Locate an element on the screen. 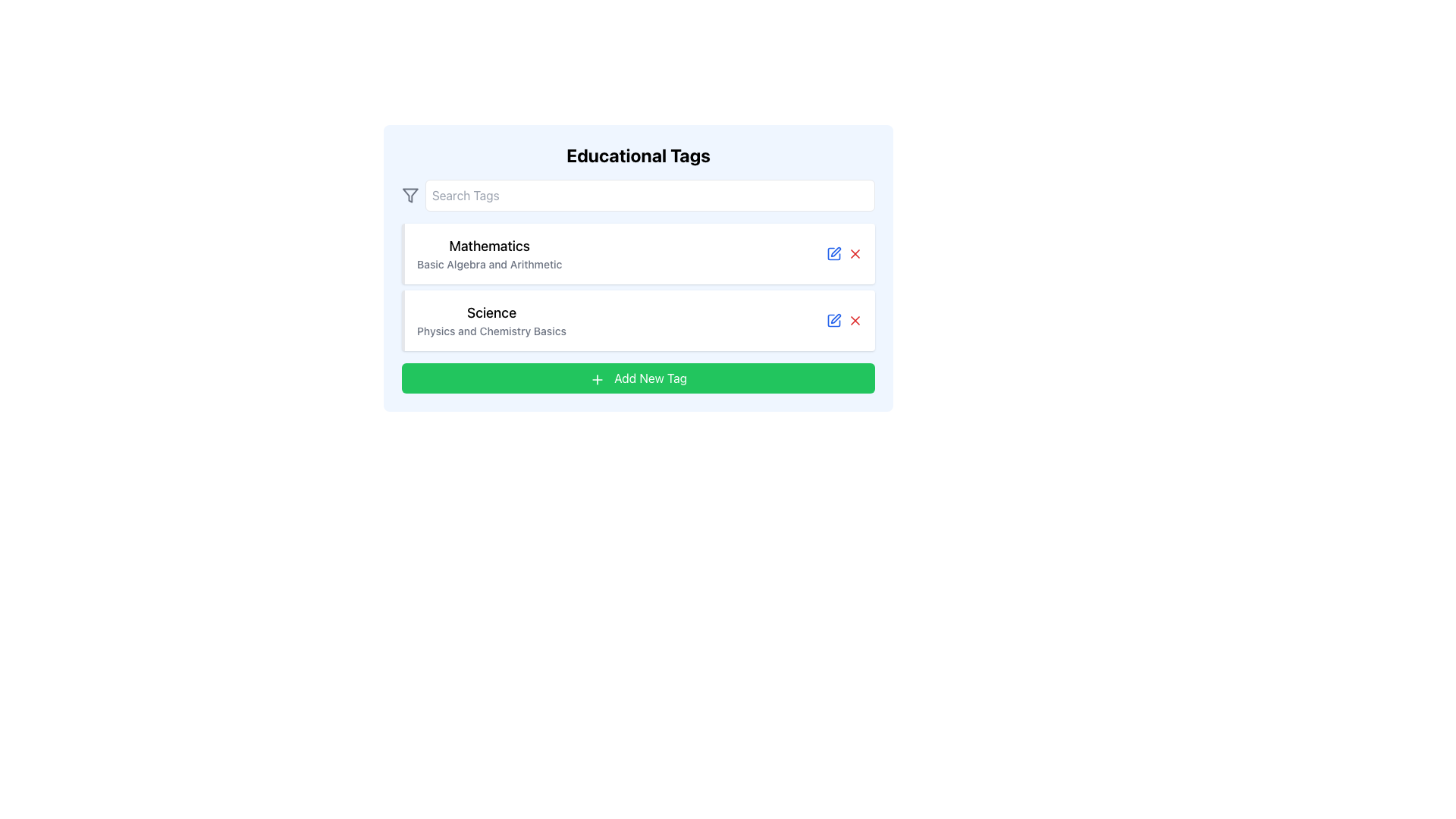 The height and width of the screenshot is (819, 1456). the header text that describes the content beneath it, located at the top of the card-like element is located at coordinates (638, 155).